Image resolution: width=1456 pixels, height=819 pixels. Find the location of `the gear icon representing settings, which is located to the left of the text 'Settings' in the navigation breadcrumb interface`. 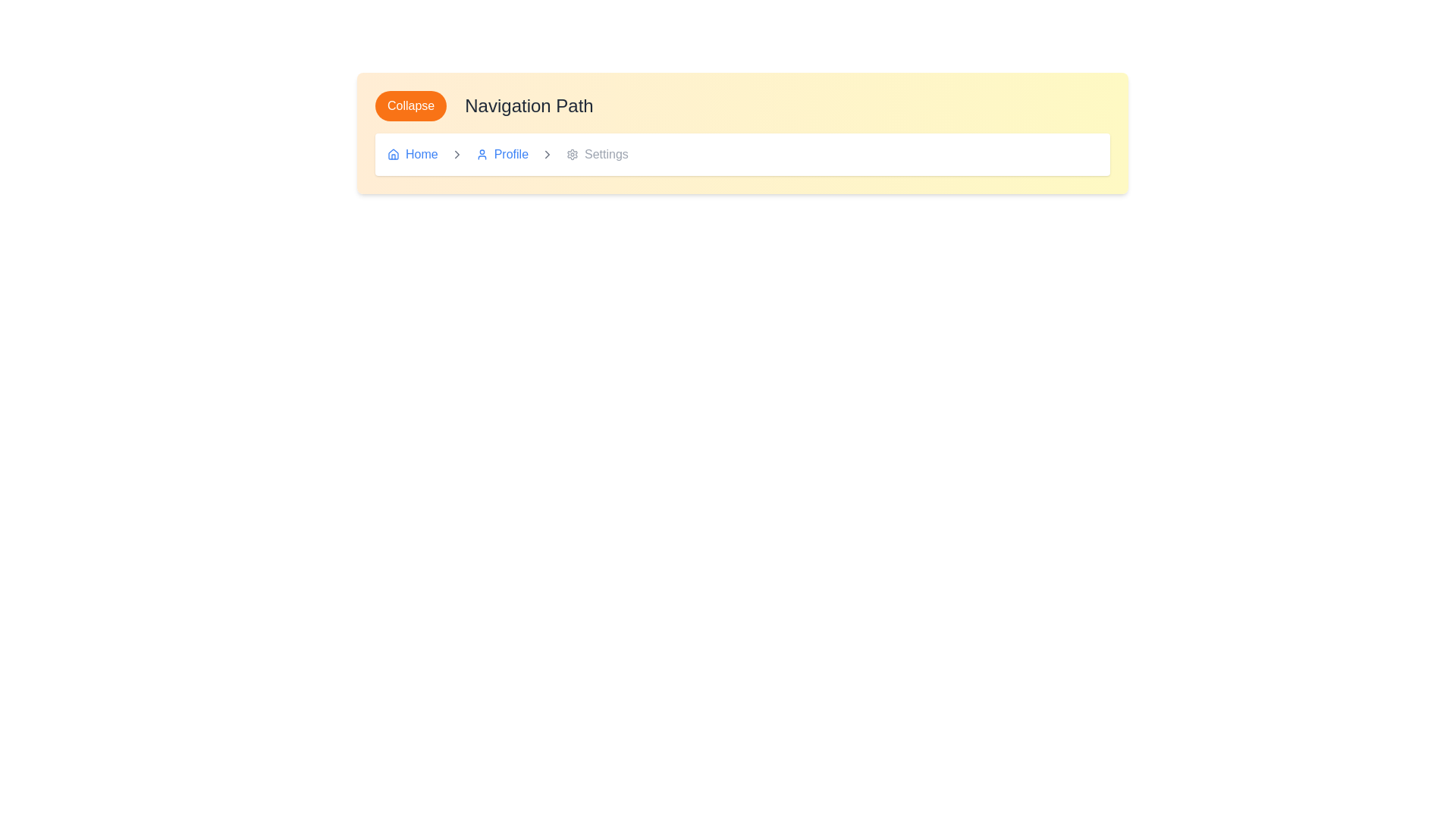

the gear icon representing settings, which is located to the left of the text 'Settings' in the navigation breadcrumb interface is located at coordinates (572, 155).